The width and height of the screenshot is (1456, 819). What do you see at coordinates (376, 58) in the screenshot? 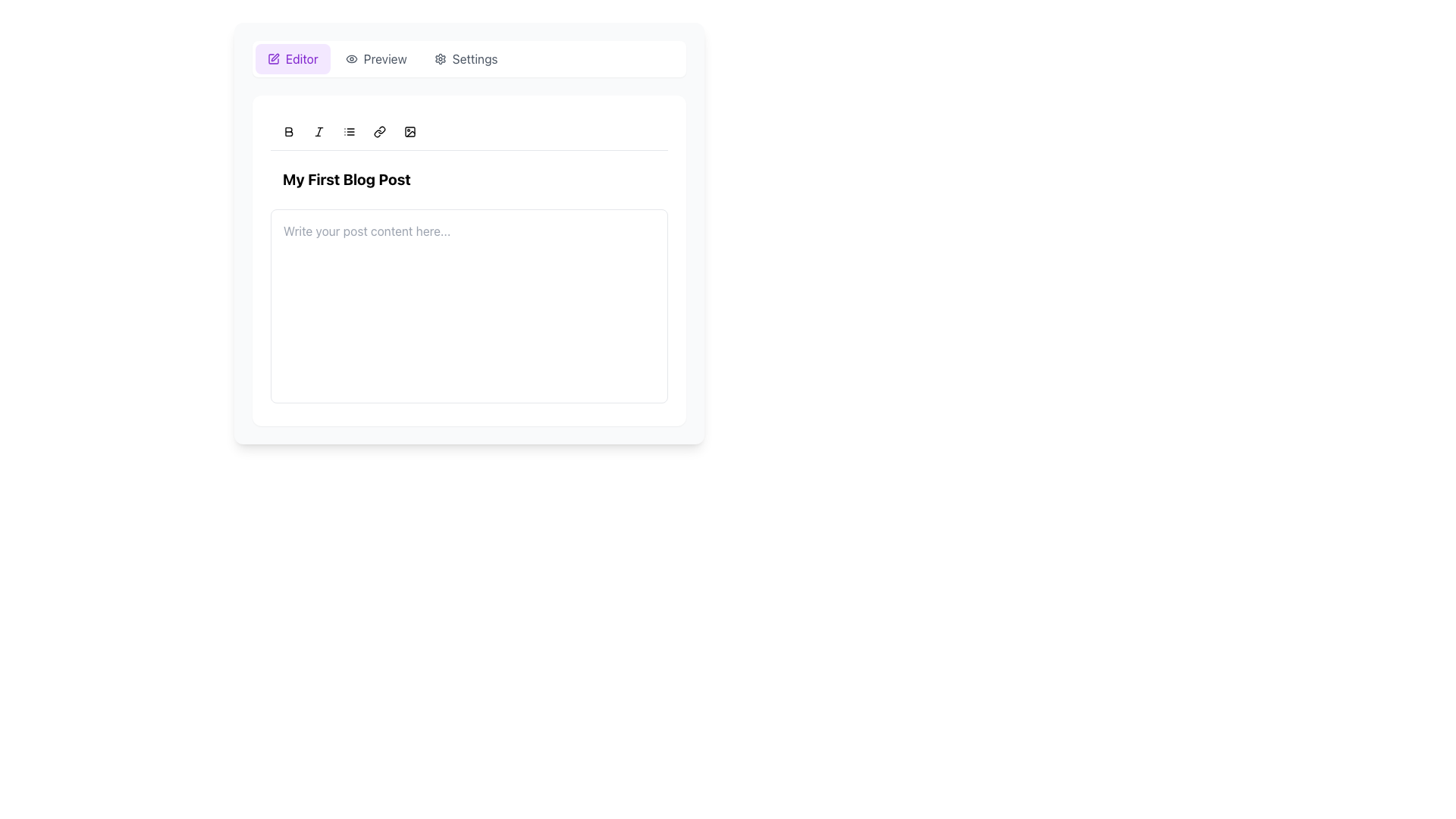
I see `the second button styled with a rounded rectangular shape featuring an eye icon and the text 'Preview'` at bounding box center [376, 58].